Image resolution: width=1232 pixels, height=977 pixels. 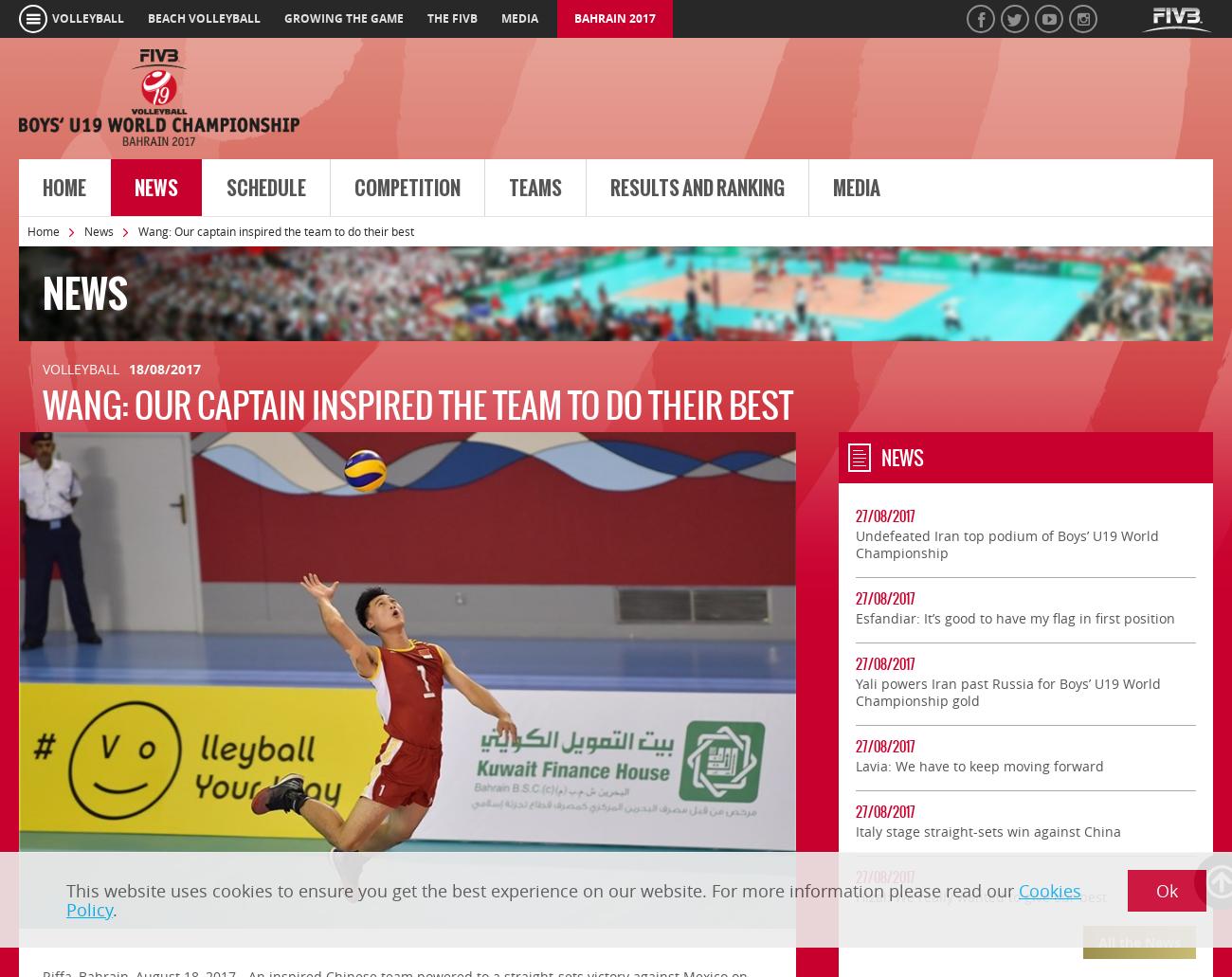 I want to click on 'Undefeated Iran top podium of Boys’ U19 World Championship', so click(x=1006, y=543).